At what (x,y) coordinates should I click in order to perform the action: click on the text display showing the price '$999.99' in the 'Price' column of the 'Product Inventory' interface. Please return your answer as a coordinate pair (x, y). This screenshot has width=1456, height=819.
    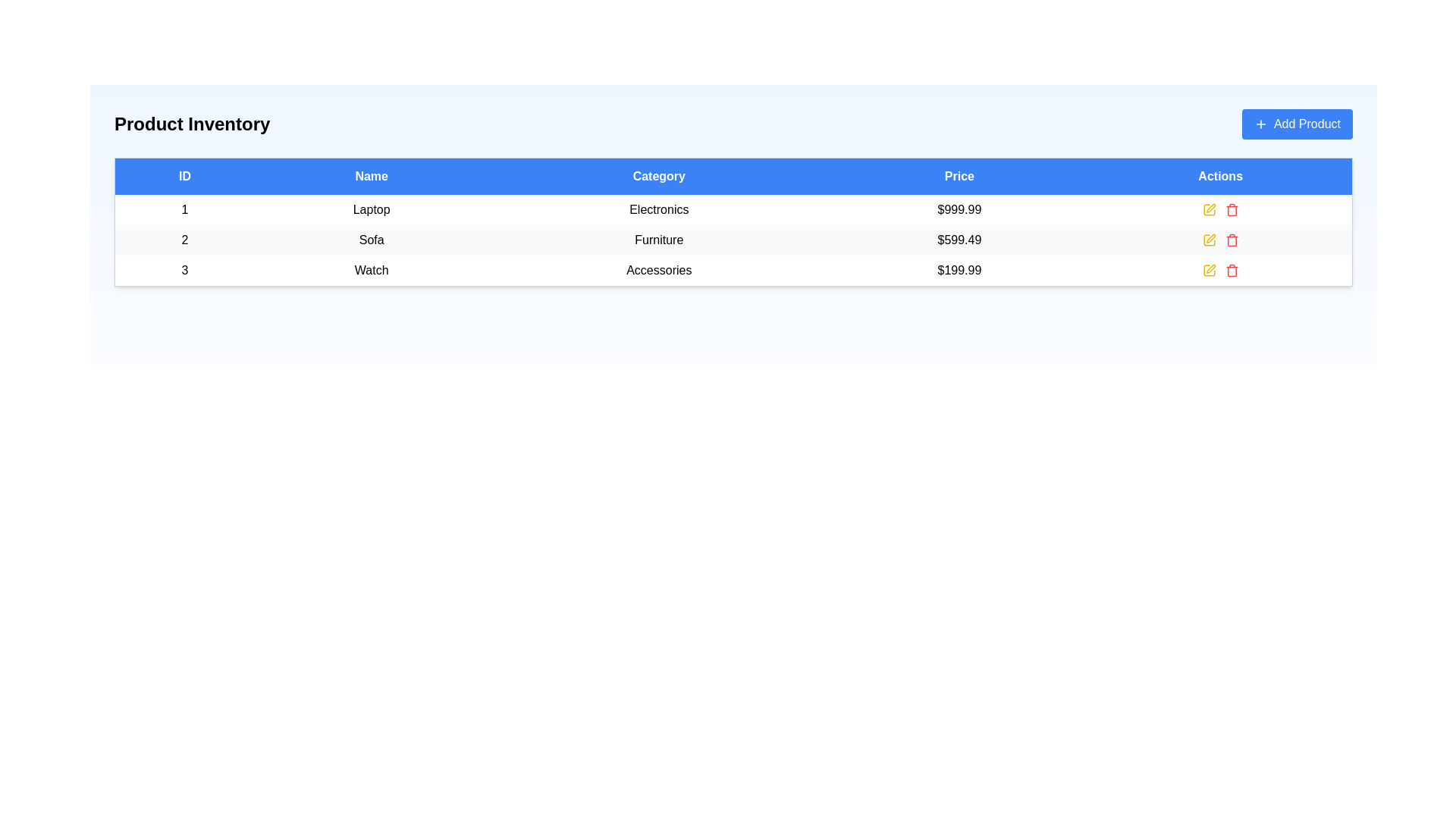
    Looking at the image, I should click on (959, 210).